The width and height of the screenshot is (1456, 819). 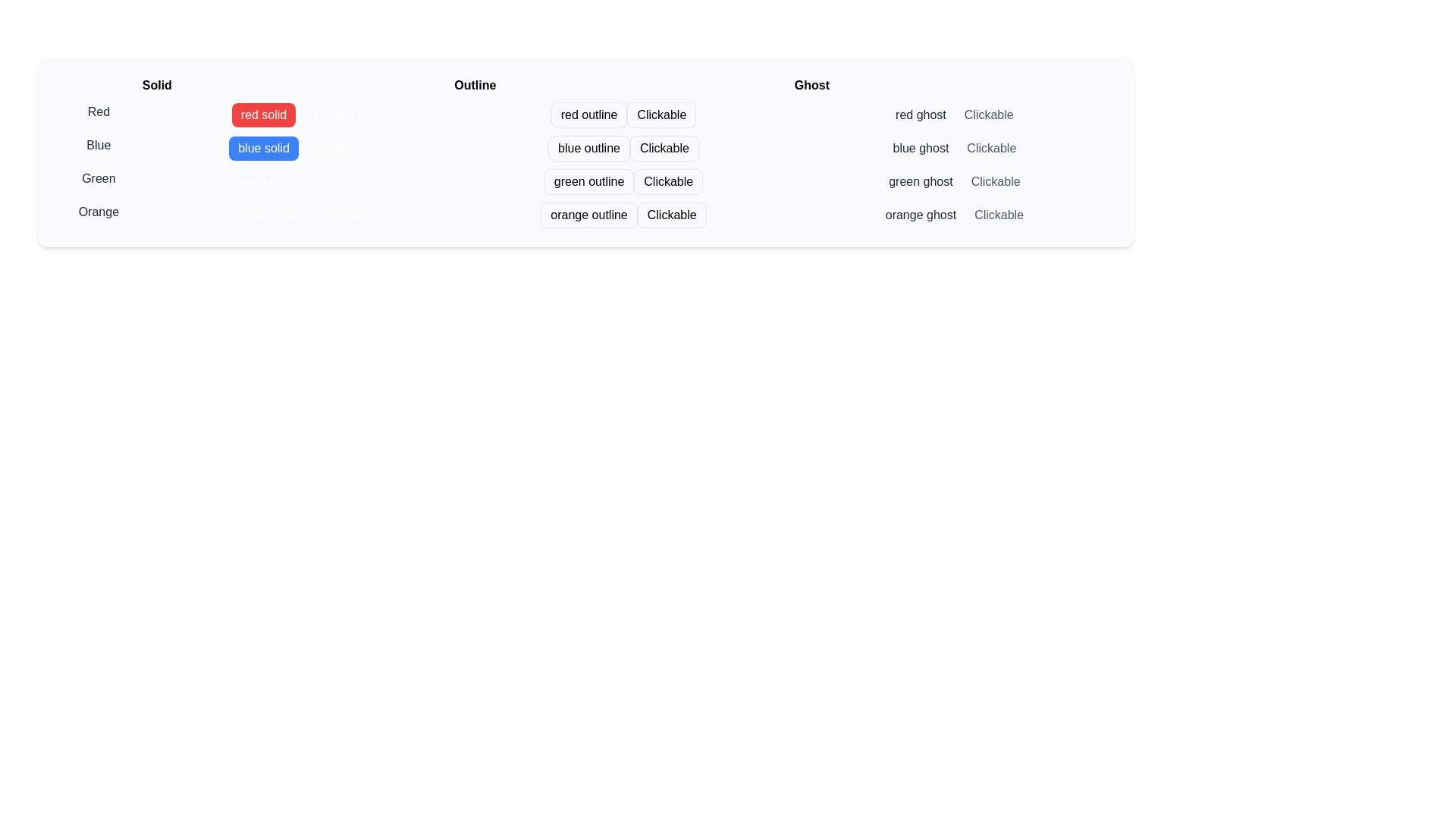 I want to click on style of the labeled UI element that consists of two text blocks: 'orange outline' styled with an orange border and text, and 'Clickable' with a transparent orange border, located in the 'Outline' column, row labeled 'Orange', so click(x=623, y=212).